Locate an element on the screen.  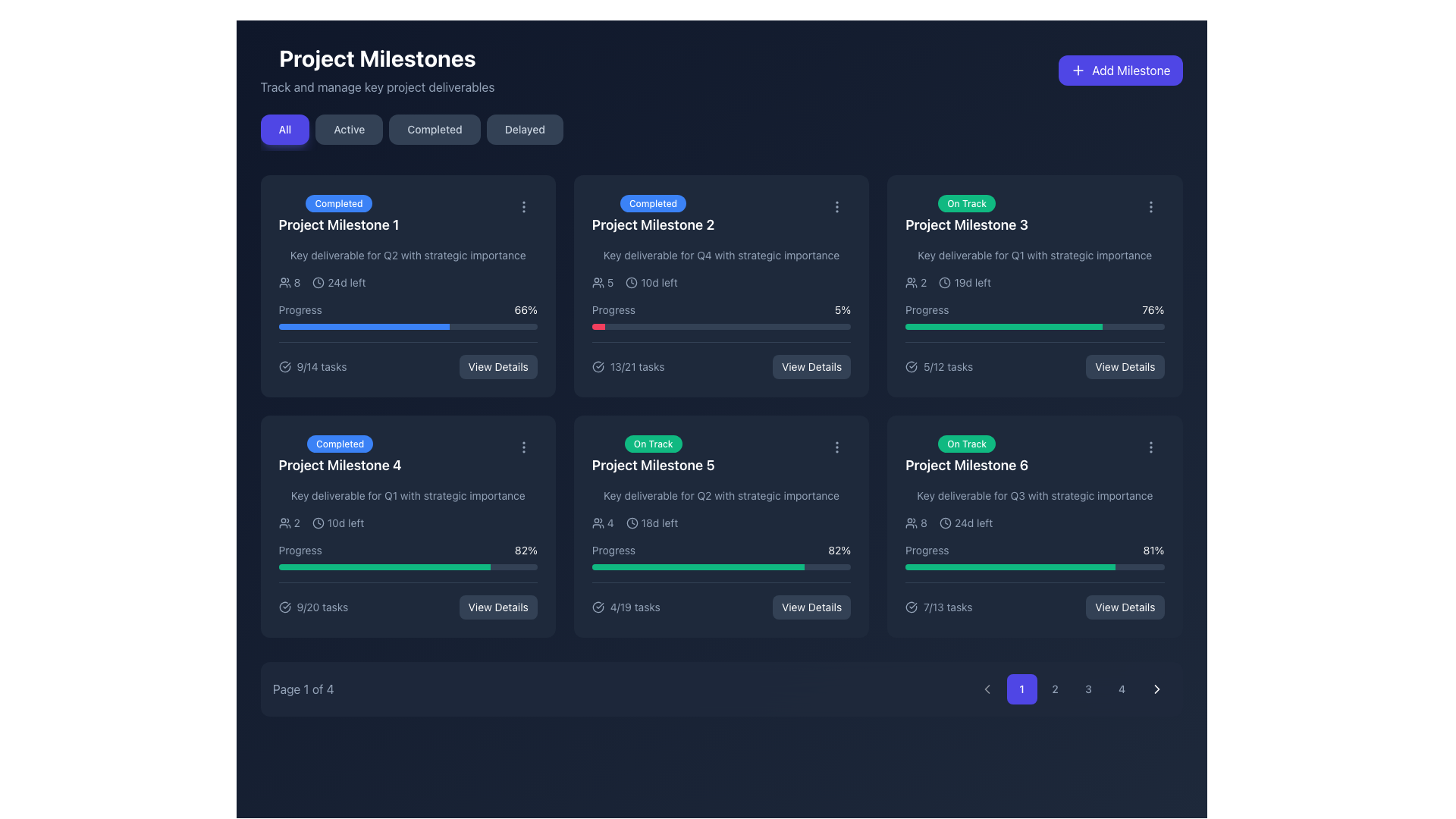
the progress indicated by the horizontal blue progress bar segment that occupies about two-thirds of the full-length progress bar labeled 'Progress' under 'Project Milestone 1' on the dashboard is located at coordinates (364, 326).